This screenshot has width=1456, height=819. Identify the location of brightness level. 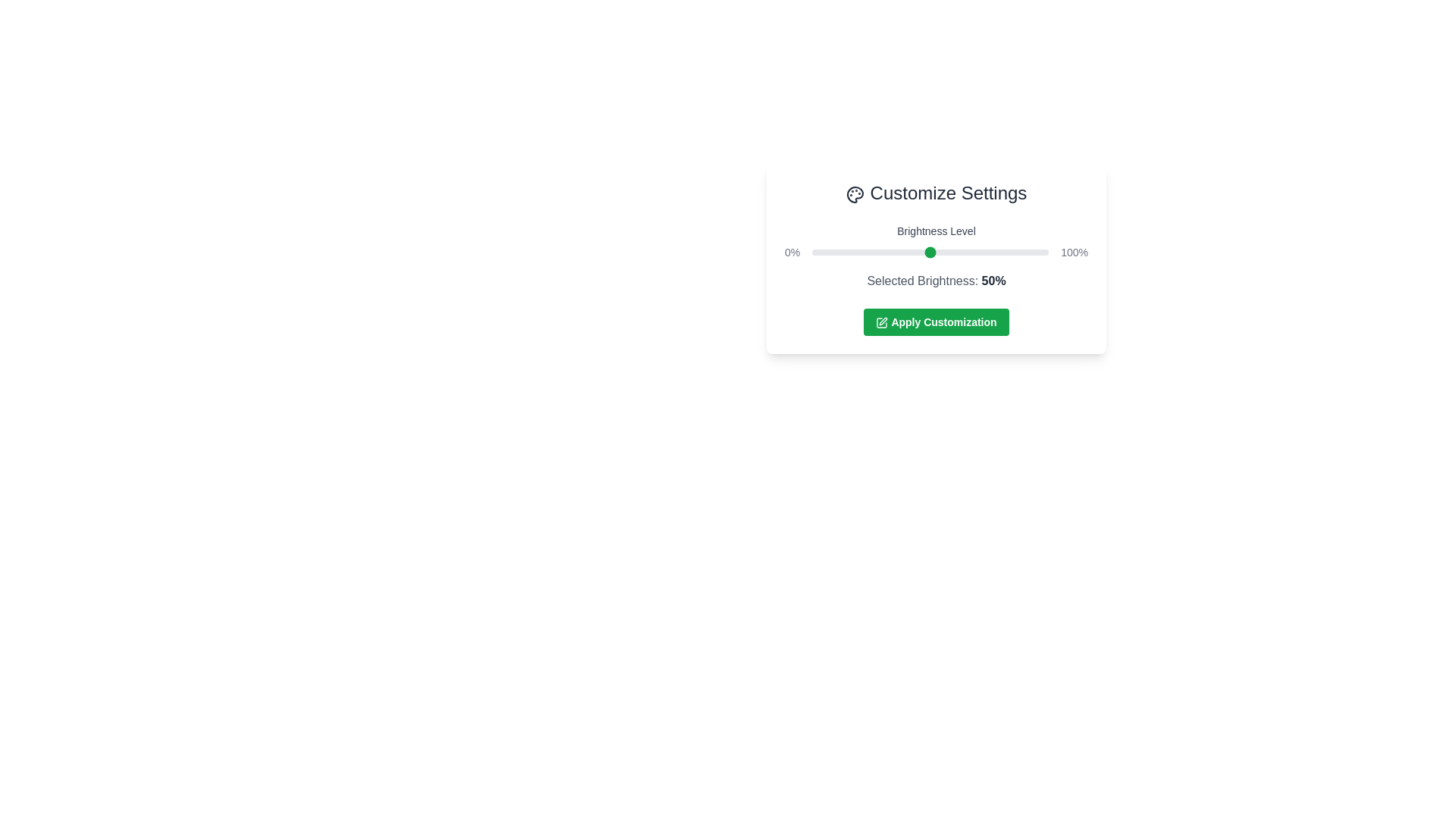
(1015, 251).